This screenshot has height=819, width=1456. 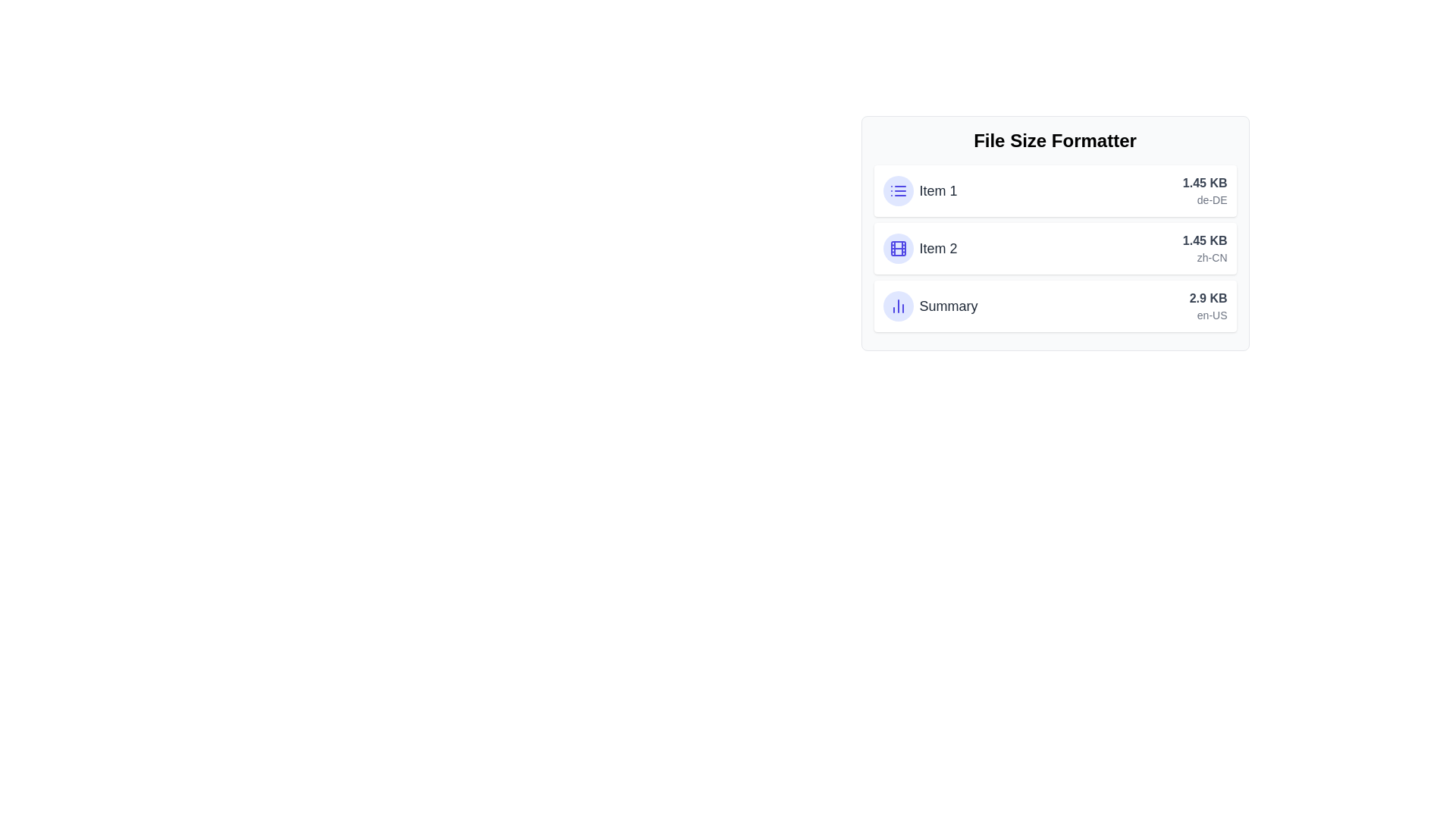 What do you see at coordinates (1207, 298) in the screenshot?
I see `the Text Label displaying '2.9 KB', which is bold and dark gray, located at the bottom of the right column of the table, next to the 'Summary' row label` at bounding box center [1207, 298].